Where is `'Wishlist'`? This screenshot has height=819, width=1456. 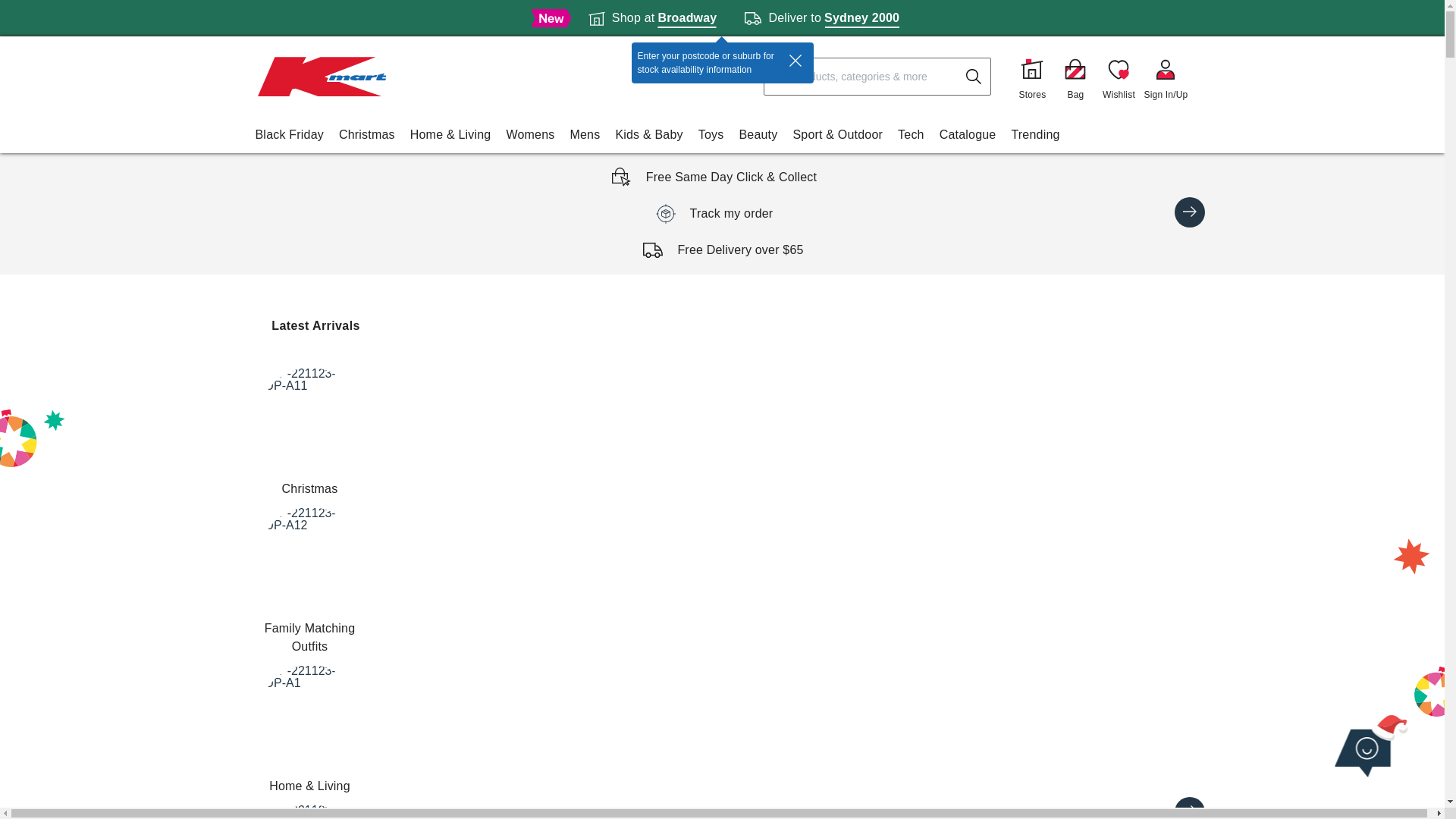 'Wishlist' is located at coordinates (1118, 76).